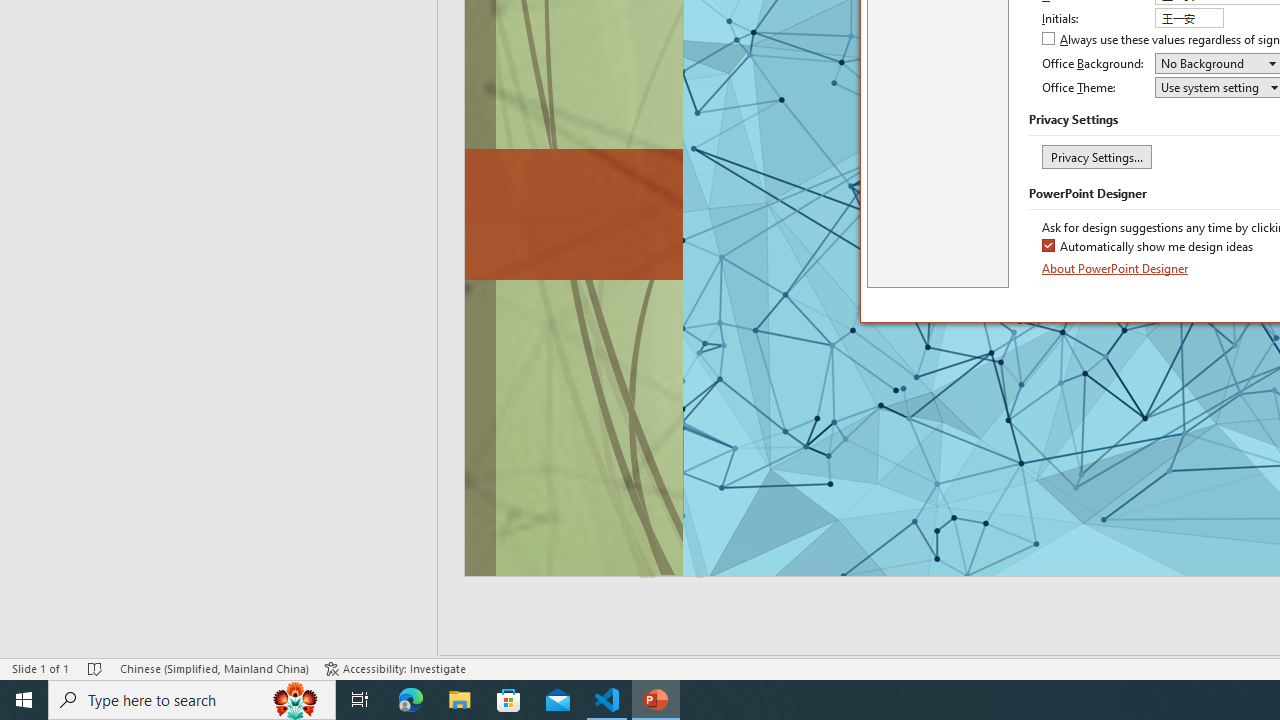  What do you see at coordinates (459, 698) in the screenshot?
I see `'File Explorer'` at bounding box center [459, 698].